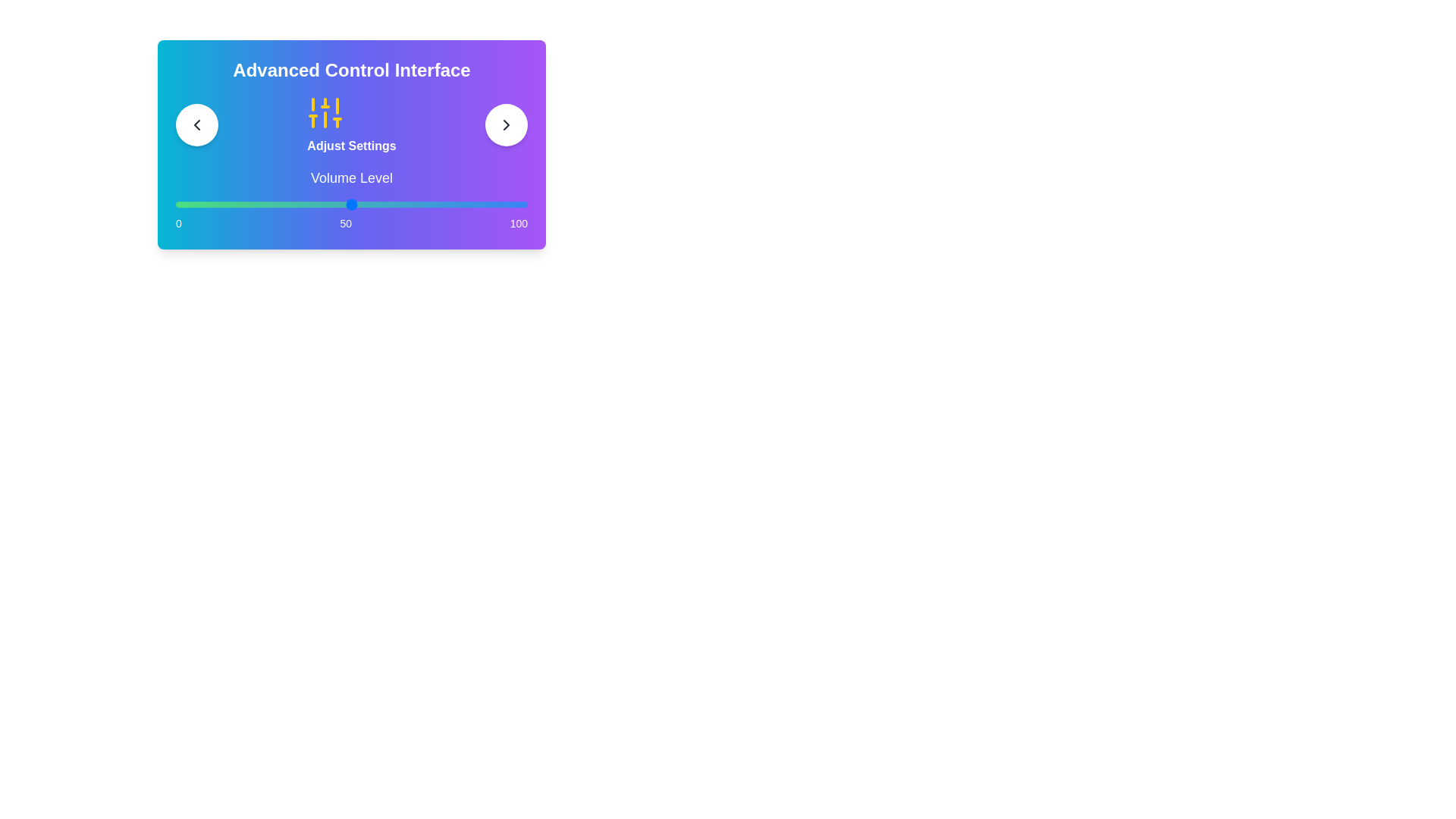  Describe the element at coordinates (478, 205) in the screenshot. I see `the slider to set the value to 86` at that location.